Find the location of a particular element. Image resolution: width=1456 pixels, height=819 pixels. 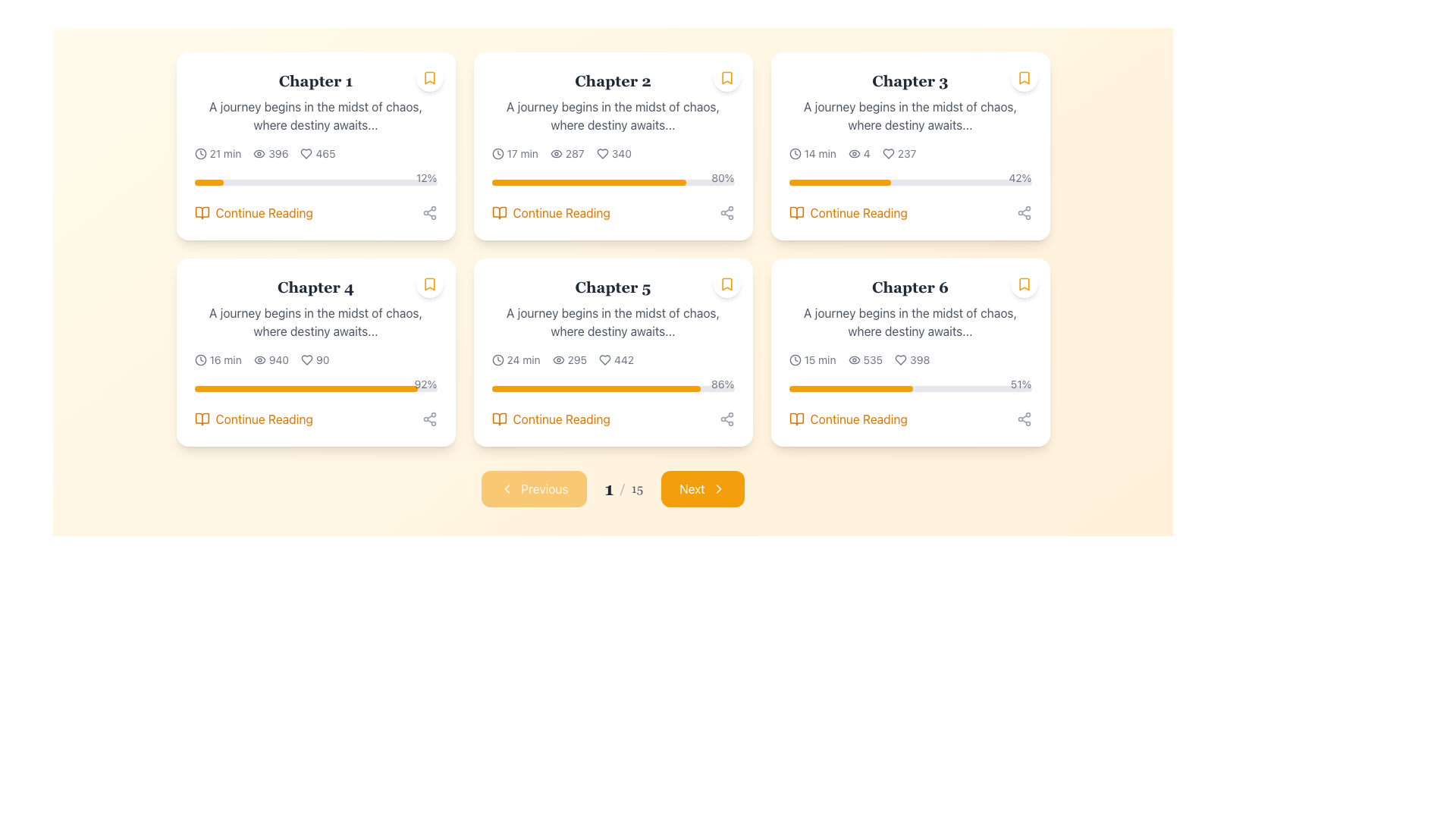

the static label indicating the estimated reading time for Chapter 6, which is located below the title and description, adjacent to the clock icon is located at coordinates (819, 359).